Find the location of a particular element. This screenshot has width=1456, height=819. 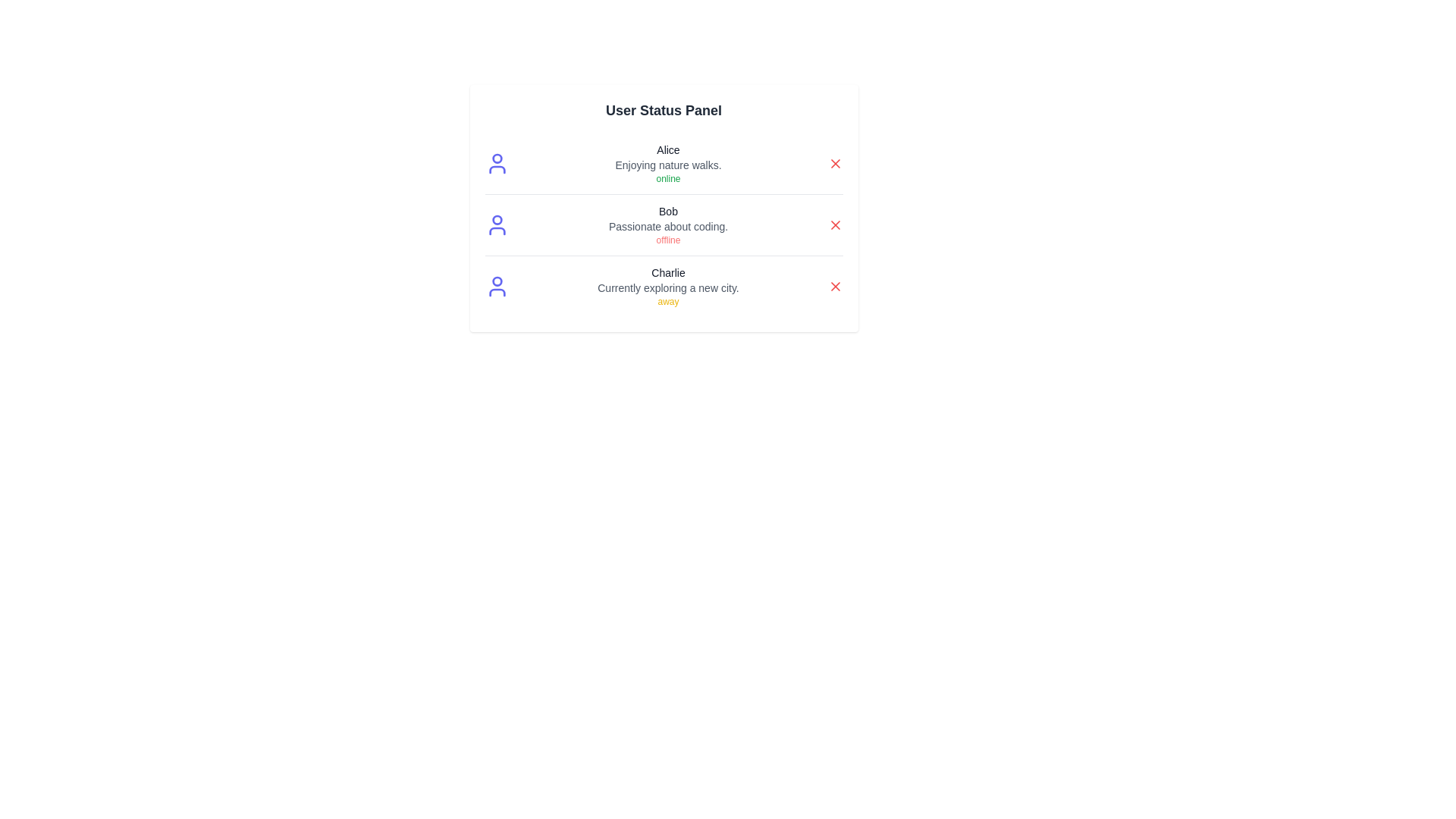

the Informational display block that shows user information, including name, status message, and availability, located in the third position under the 'User Status Panel' header is located at coordinates (667, 287).